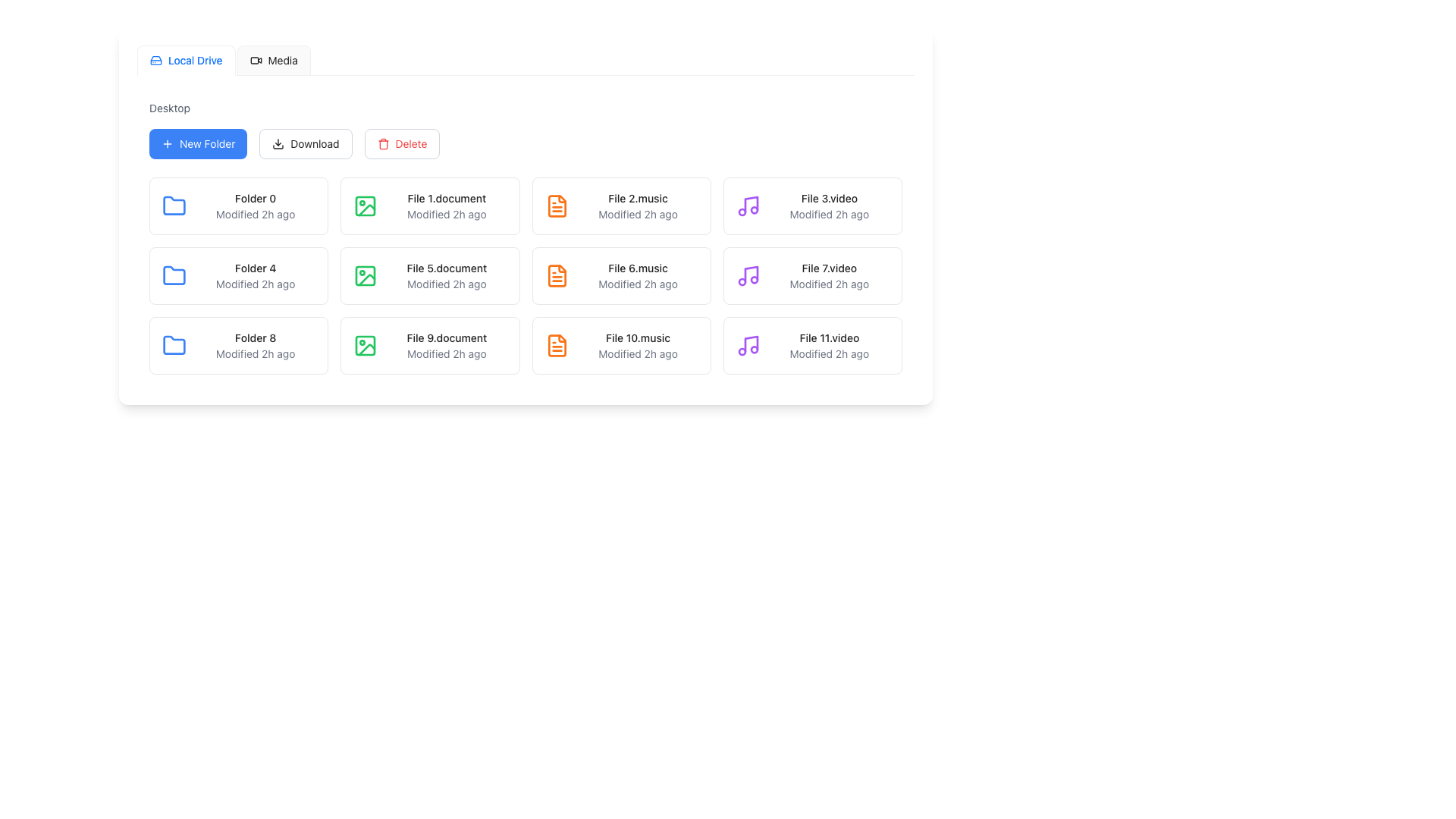  I want to click on the text label that provides the last modification timestamp for the 'File 7.video' entry, positioned below the file name and icon within its grid cell, so click(828, 284).